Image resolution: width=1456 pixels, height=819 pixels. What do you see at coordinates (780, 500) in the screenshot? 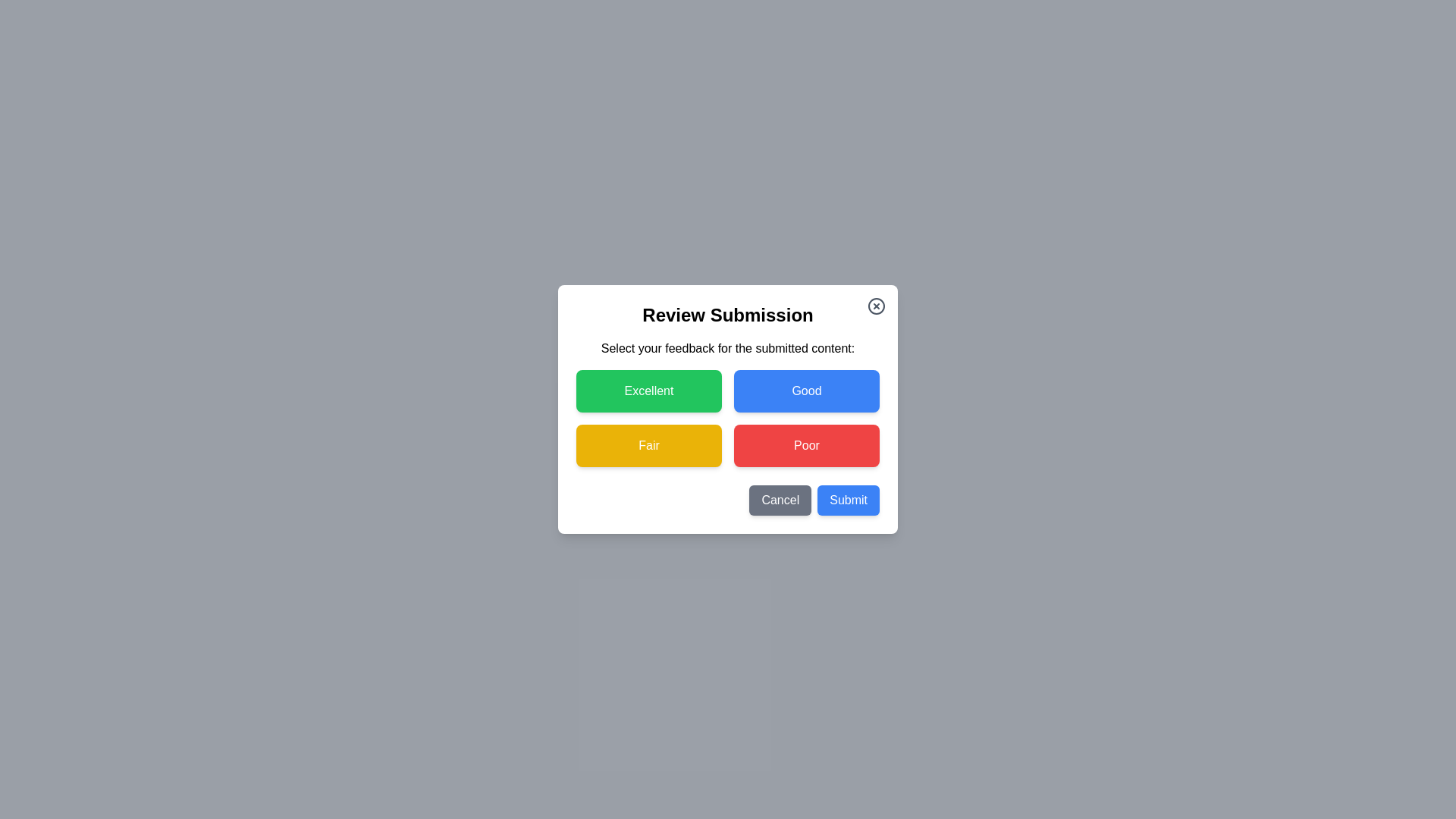
I see `the 'Cancel' button to close the dialog` at bounding box center [780, 500].